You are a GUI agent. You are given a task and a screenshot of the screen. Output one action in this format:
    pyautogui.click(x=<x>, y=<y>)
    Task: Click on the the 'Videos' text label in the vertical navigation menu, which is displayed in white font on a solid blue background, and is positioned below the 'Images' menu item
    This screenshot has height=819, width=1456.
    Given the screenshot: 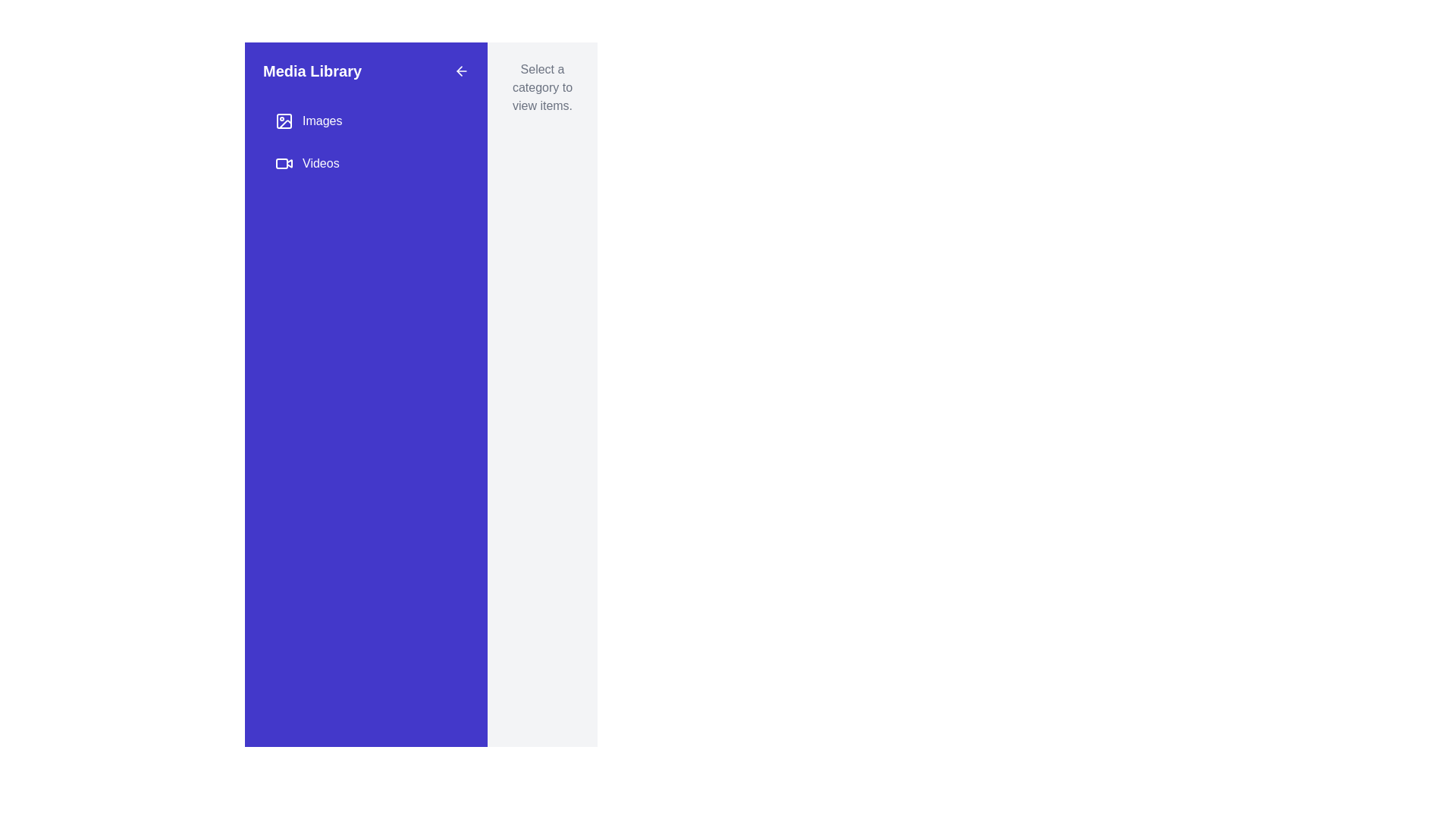 What is the action you would take?
    pyautogui.click(x=320, y=164)
    